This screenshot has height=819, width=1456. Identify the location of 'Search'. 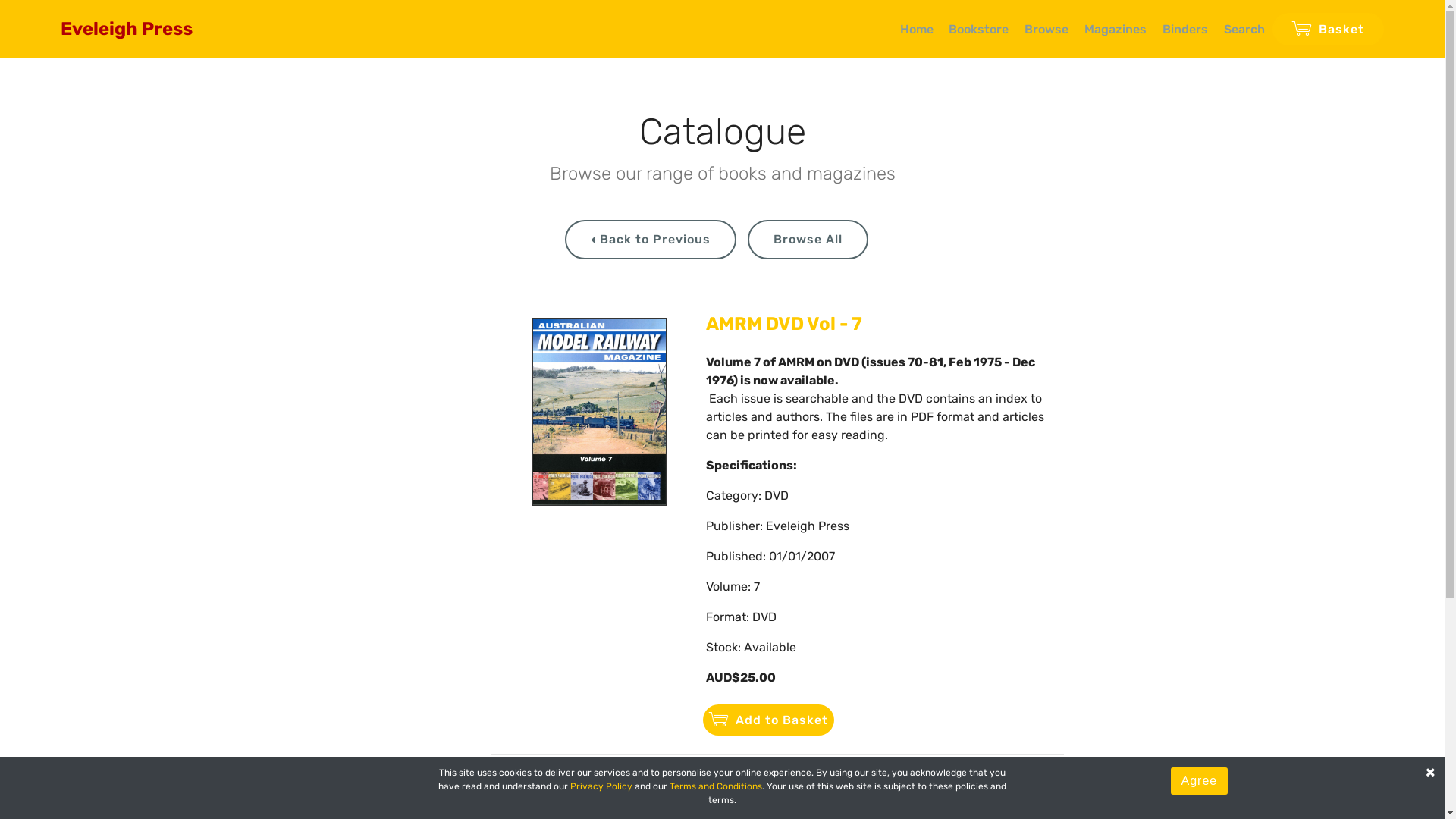
(1244, 29).